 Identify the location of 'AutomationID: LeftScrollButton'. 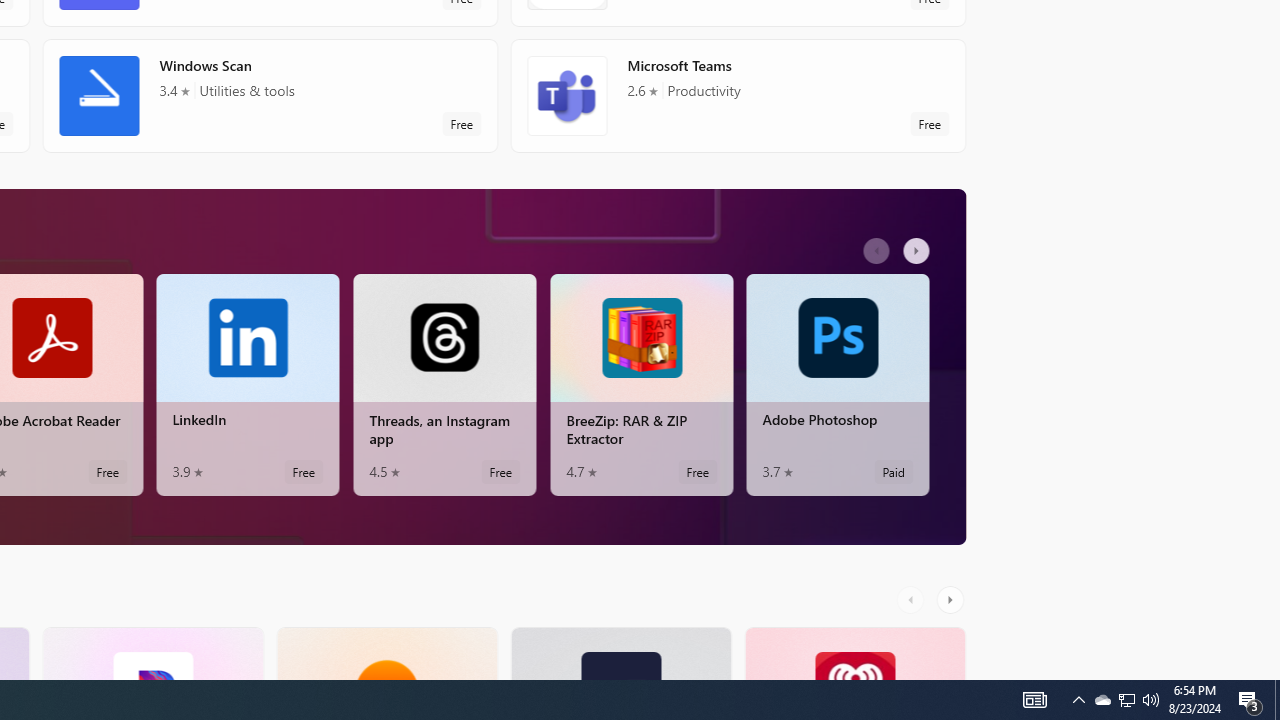
(912, 598).